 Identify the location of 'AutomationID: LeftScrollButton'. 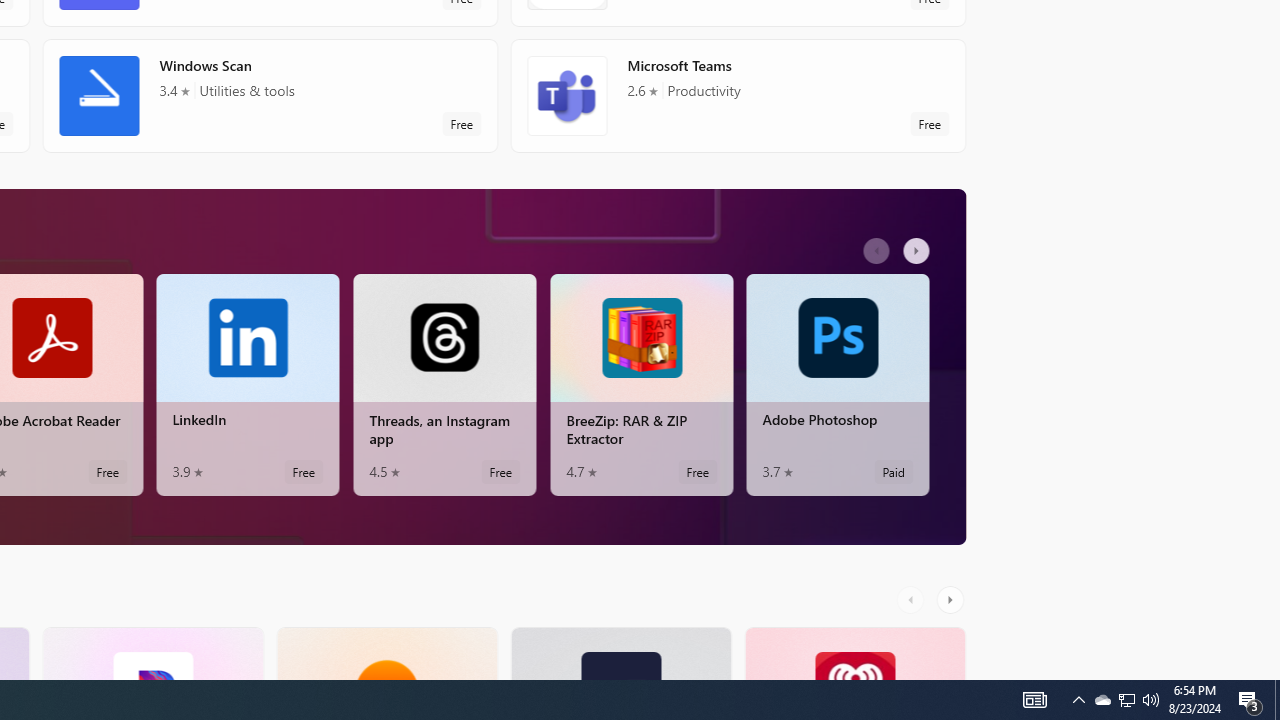
(912, 598).